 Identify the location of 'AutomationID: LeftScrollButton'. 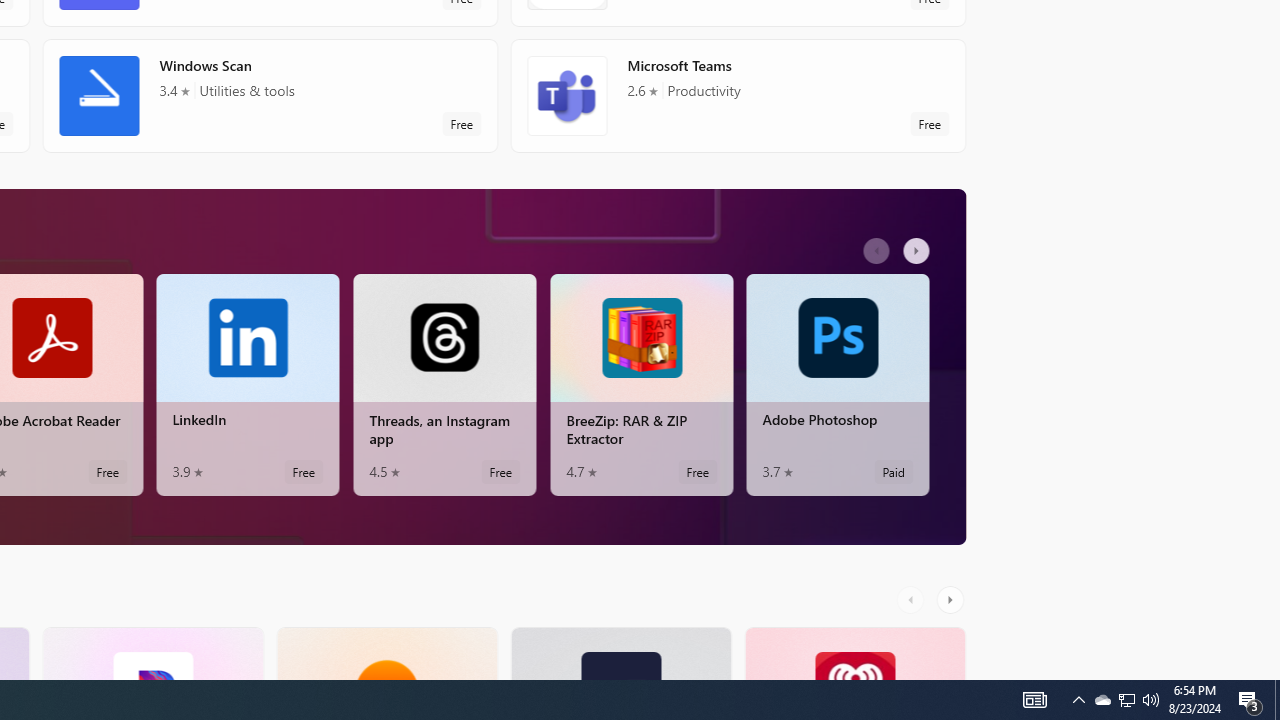
(912, 598).